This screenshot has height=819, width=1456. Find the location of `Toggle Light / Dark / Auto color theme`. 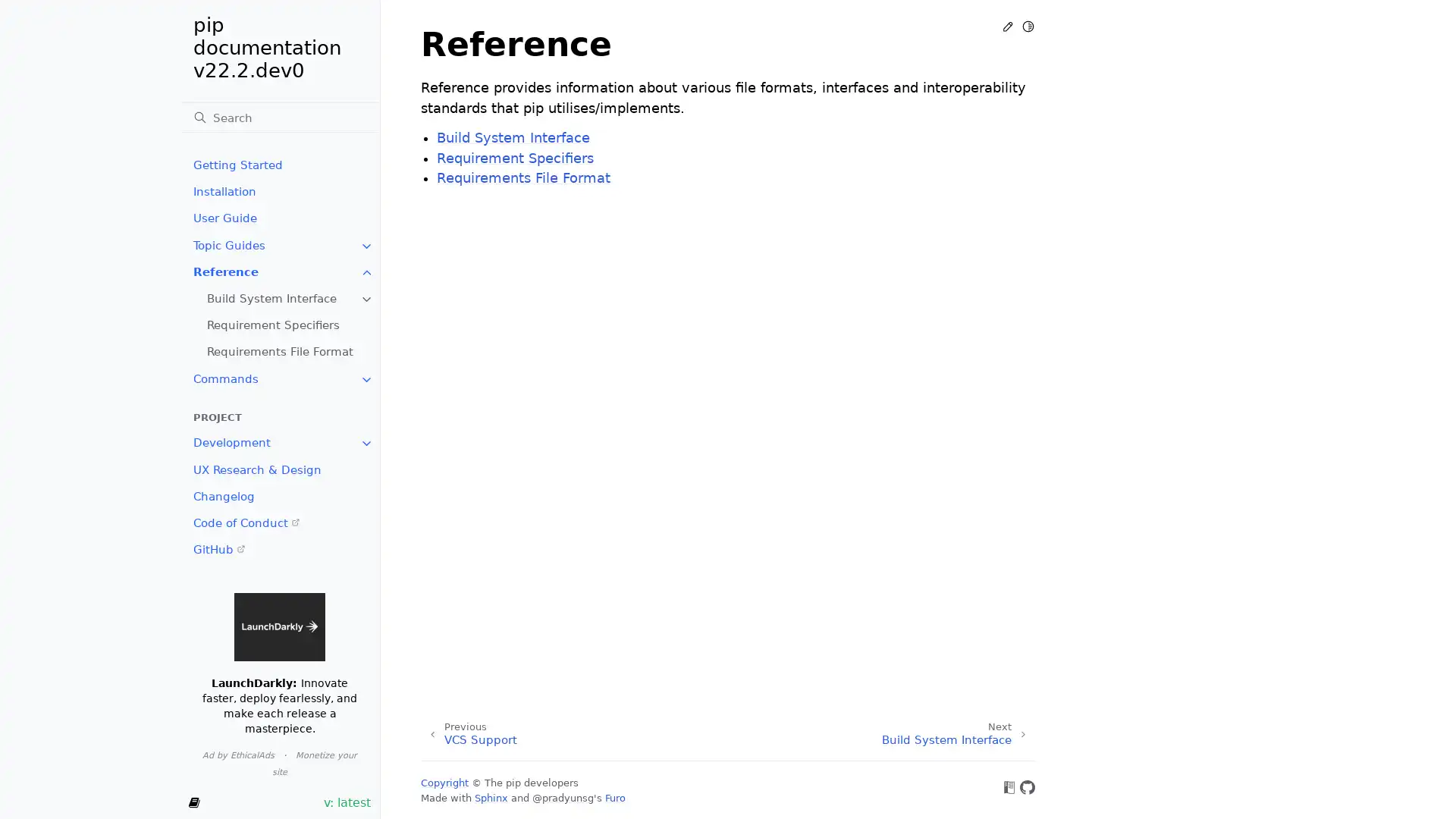

Toggle Light / Dark / Auto color theme is located at coordinates (1028, 26).